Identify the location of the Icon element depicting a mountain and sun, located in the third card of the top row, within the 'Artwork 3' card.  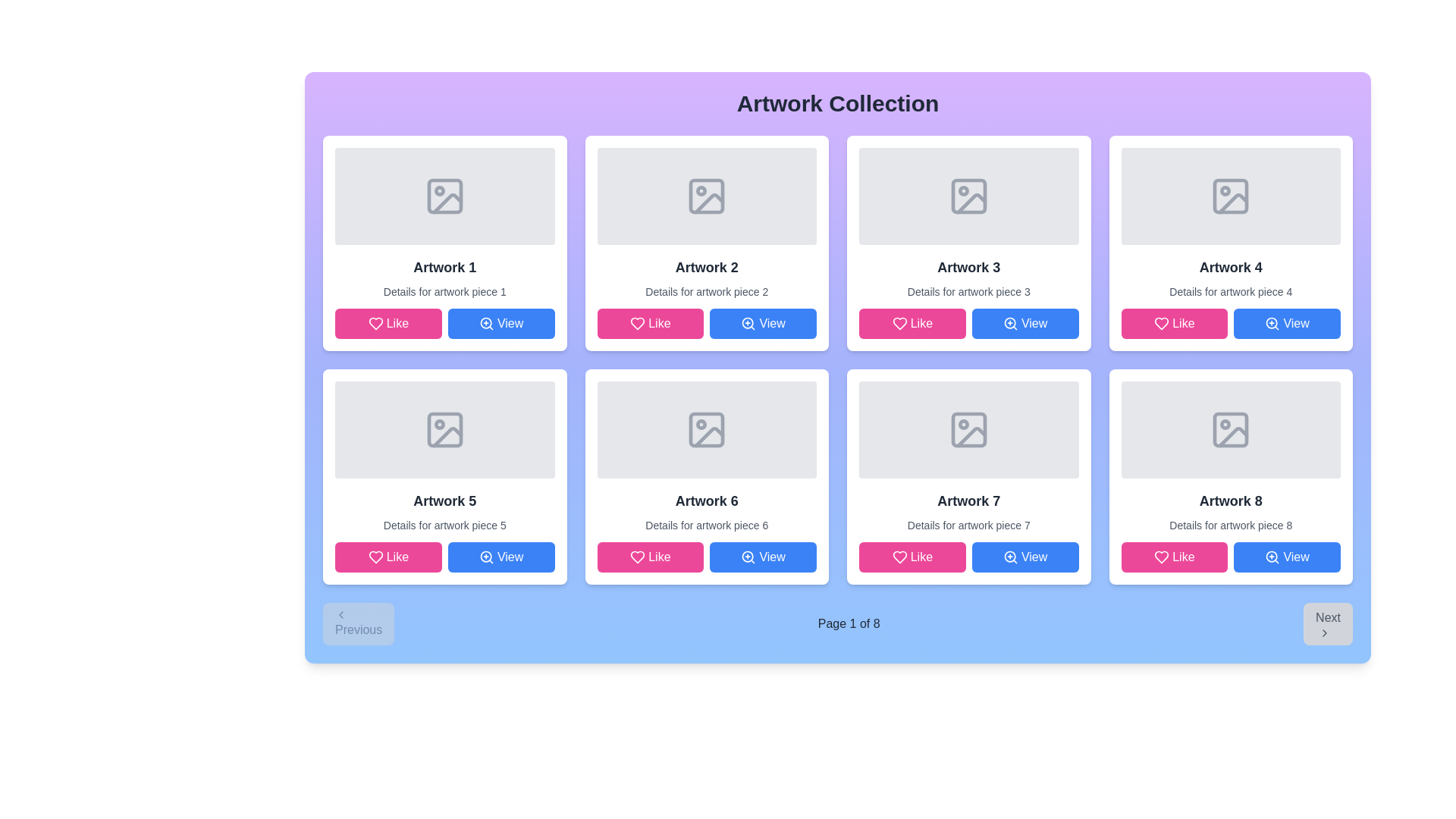
(968, 195).